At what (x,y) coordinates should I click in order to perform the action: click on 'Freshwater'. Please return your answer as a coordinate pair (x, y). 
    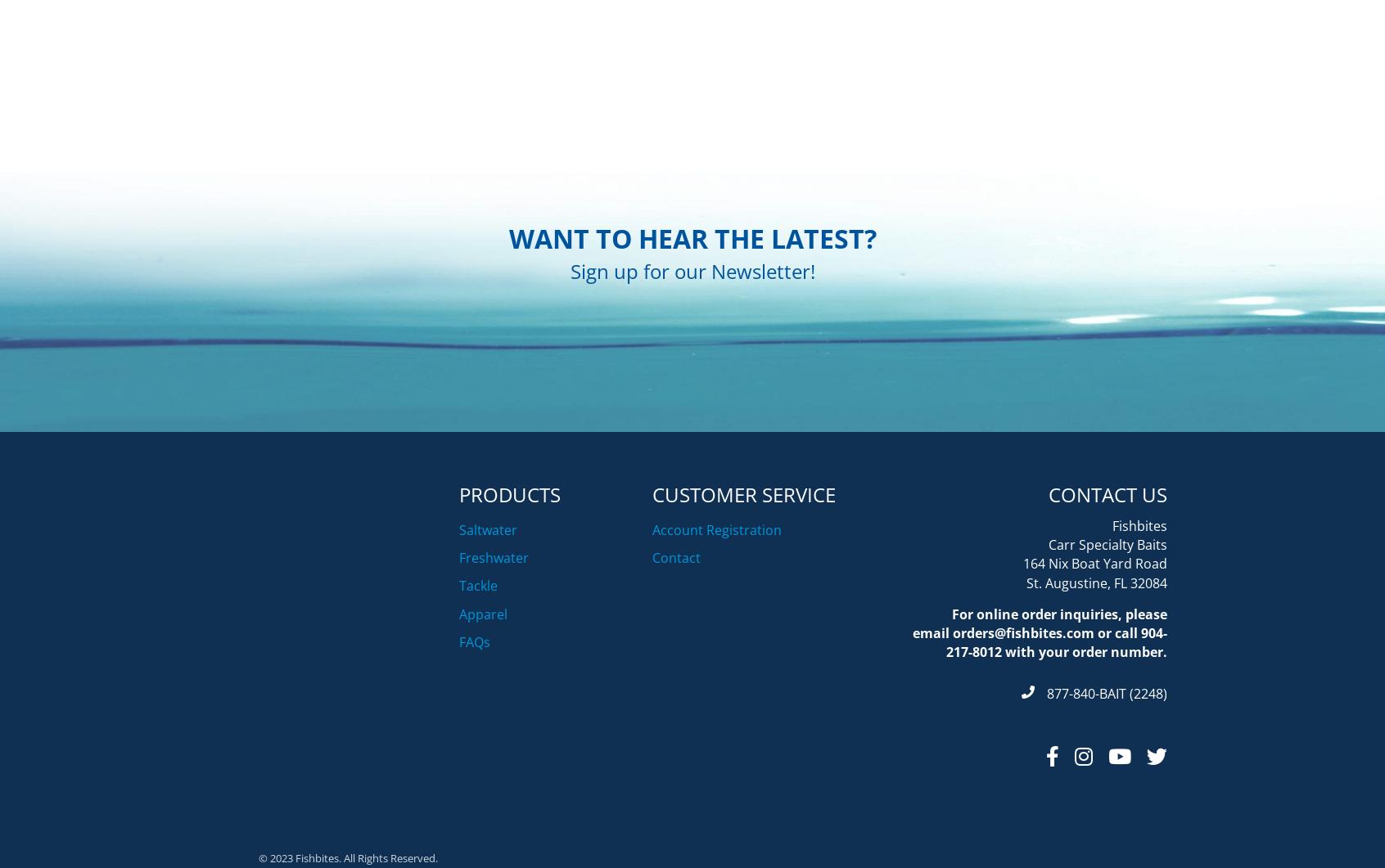
    Looking at the image, I should click on (493, 639).